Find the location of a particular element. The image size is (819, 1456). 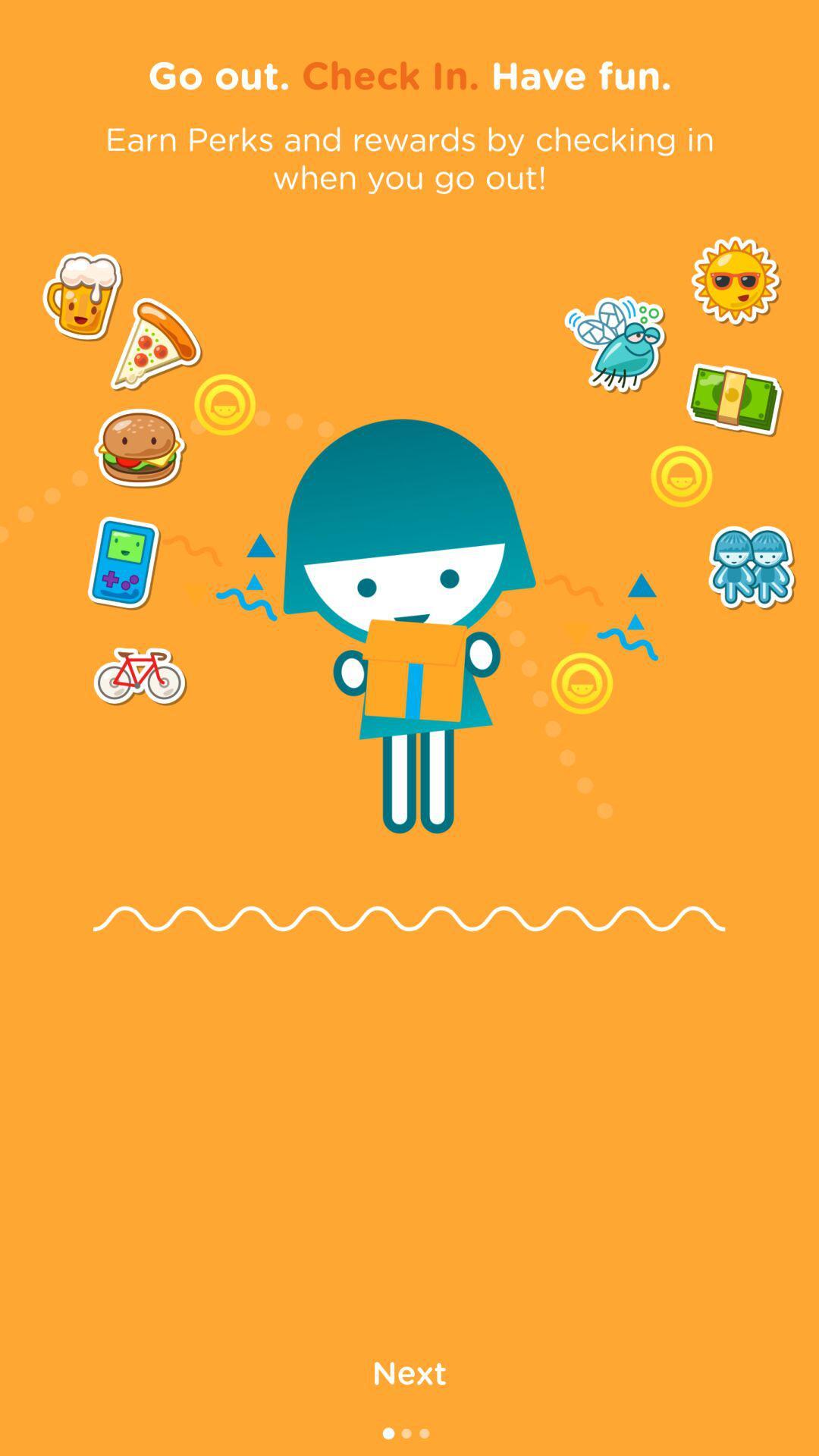

the next item is located at coordinates (409, 1372).